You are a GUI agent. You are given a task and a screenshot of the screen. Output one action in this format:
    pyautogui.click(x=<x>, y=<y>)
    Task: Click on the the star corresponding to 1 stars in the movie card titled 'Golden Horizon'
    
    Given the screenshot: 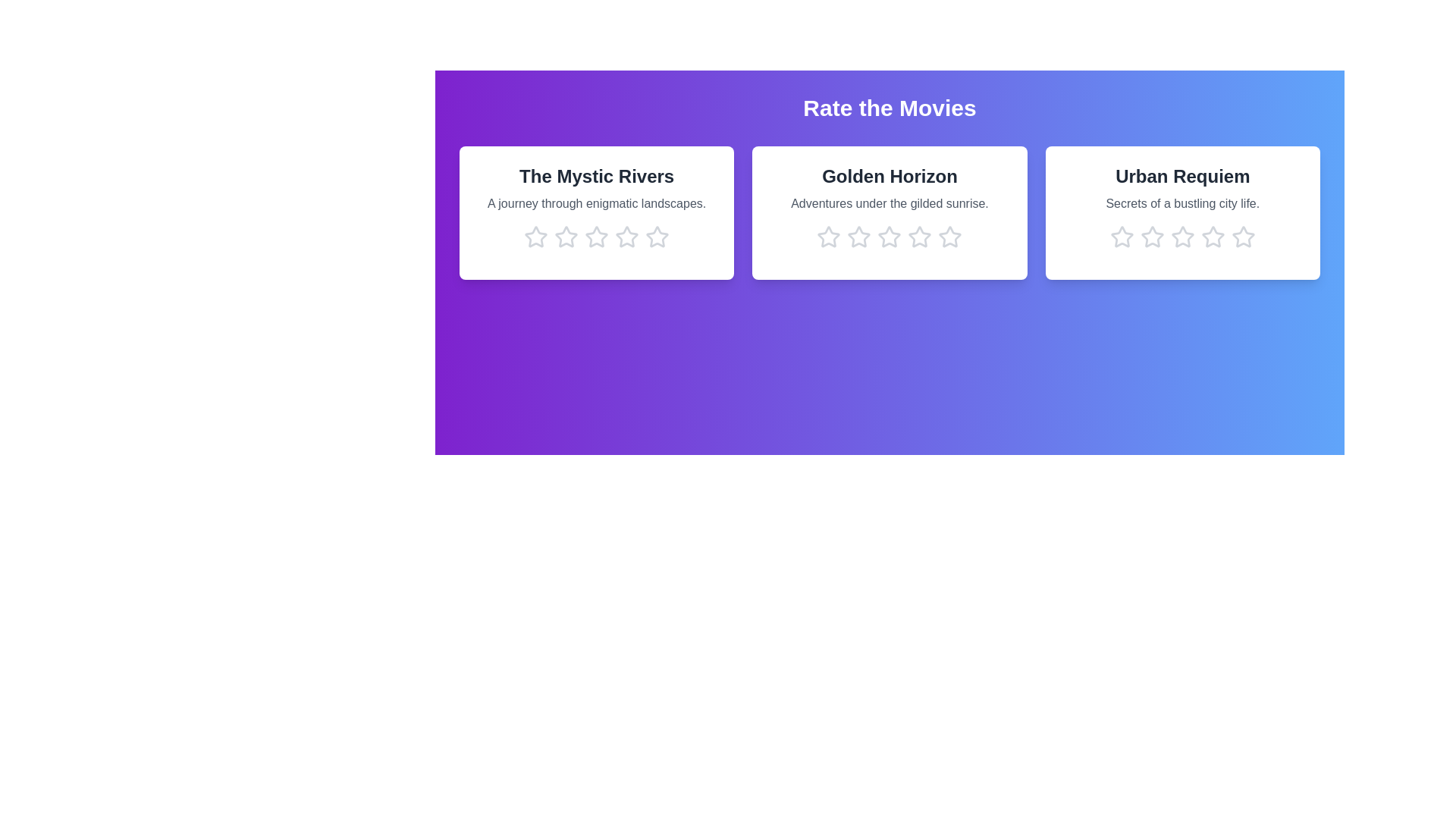 What is the action you would take?
    pyautogui.click(x=828, y=237)
    